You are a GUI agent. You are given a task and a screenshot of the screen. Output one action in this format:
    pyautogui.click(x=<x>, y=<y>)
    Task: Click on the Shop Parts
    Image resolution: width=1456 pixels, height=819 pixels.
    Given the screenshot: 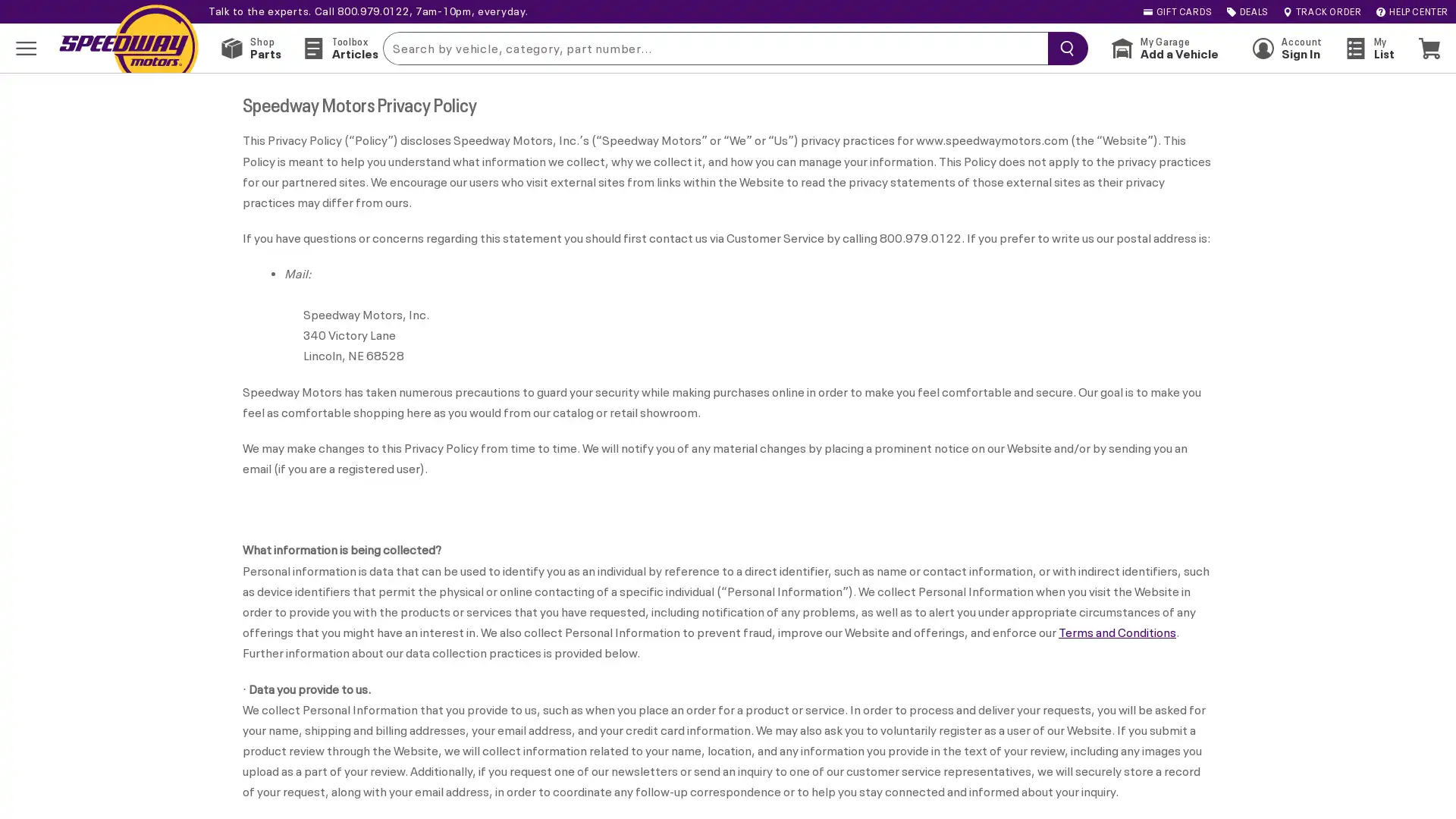 What is the action you would take?
    pyautogui.click(x=251, y=47)
    